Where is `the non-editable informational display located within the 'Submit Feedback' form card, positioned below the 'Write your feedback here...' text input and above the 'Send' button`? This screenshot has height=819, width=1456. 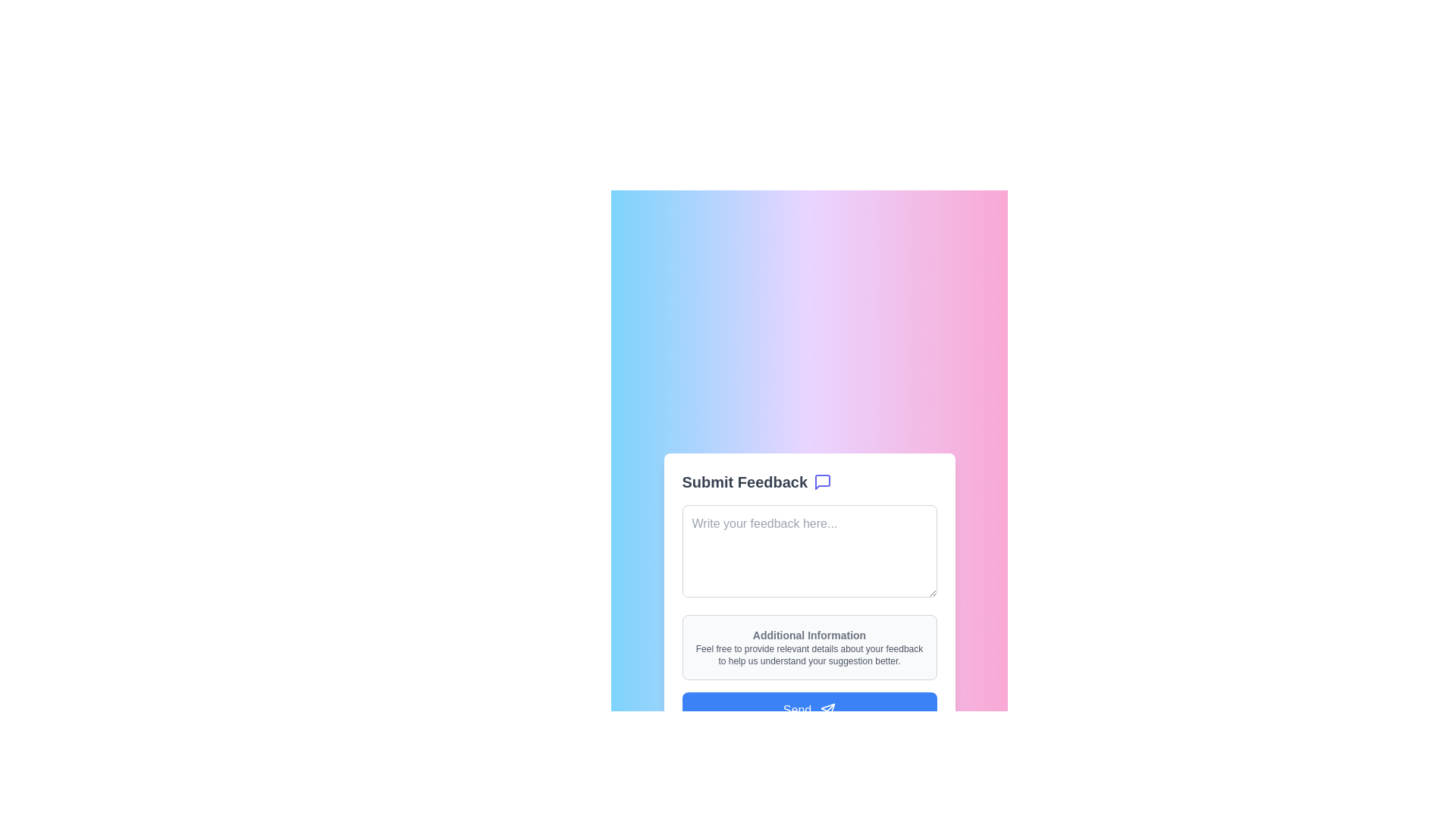 the non-editable informational display located within the 'Submit Feedback' form card, positioned below the 'Write your feedback here...' text input and above the 'Send' button is located at coordinates (808, 647).